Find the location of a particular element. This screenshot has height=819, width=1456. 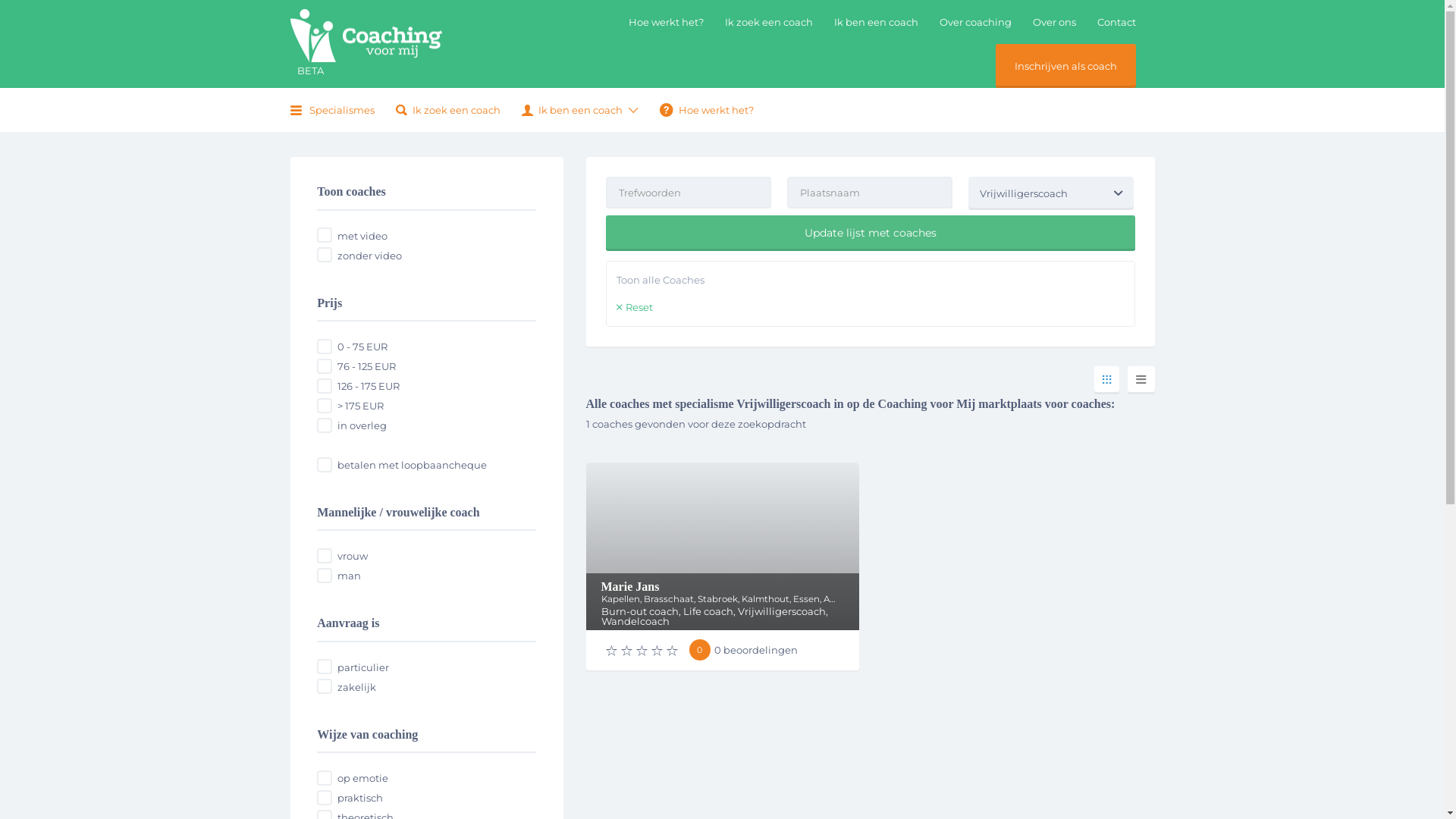

'consumer' is located at coordinates (315, 666).